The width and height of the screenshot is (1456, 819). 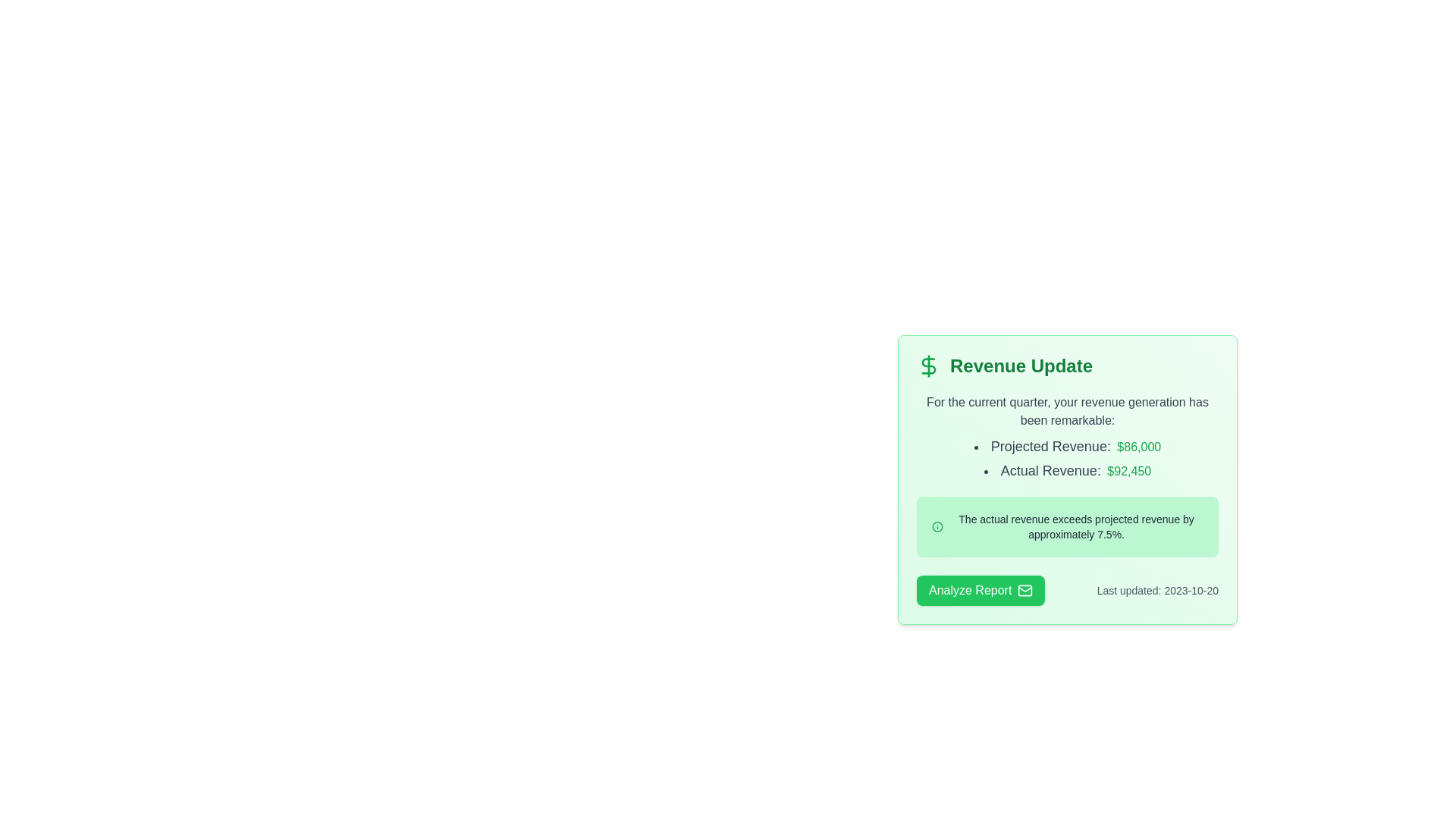 What do you see at coordinates (1066, 438) in the screenshot?
I see `information displayed in the text block with bullet points that summarizes the revenue for the current quarter, located within the 'Revenue Update' card` at bounding box center [1066, 438].